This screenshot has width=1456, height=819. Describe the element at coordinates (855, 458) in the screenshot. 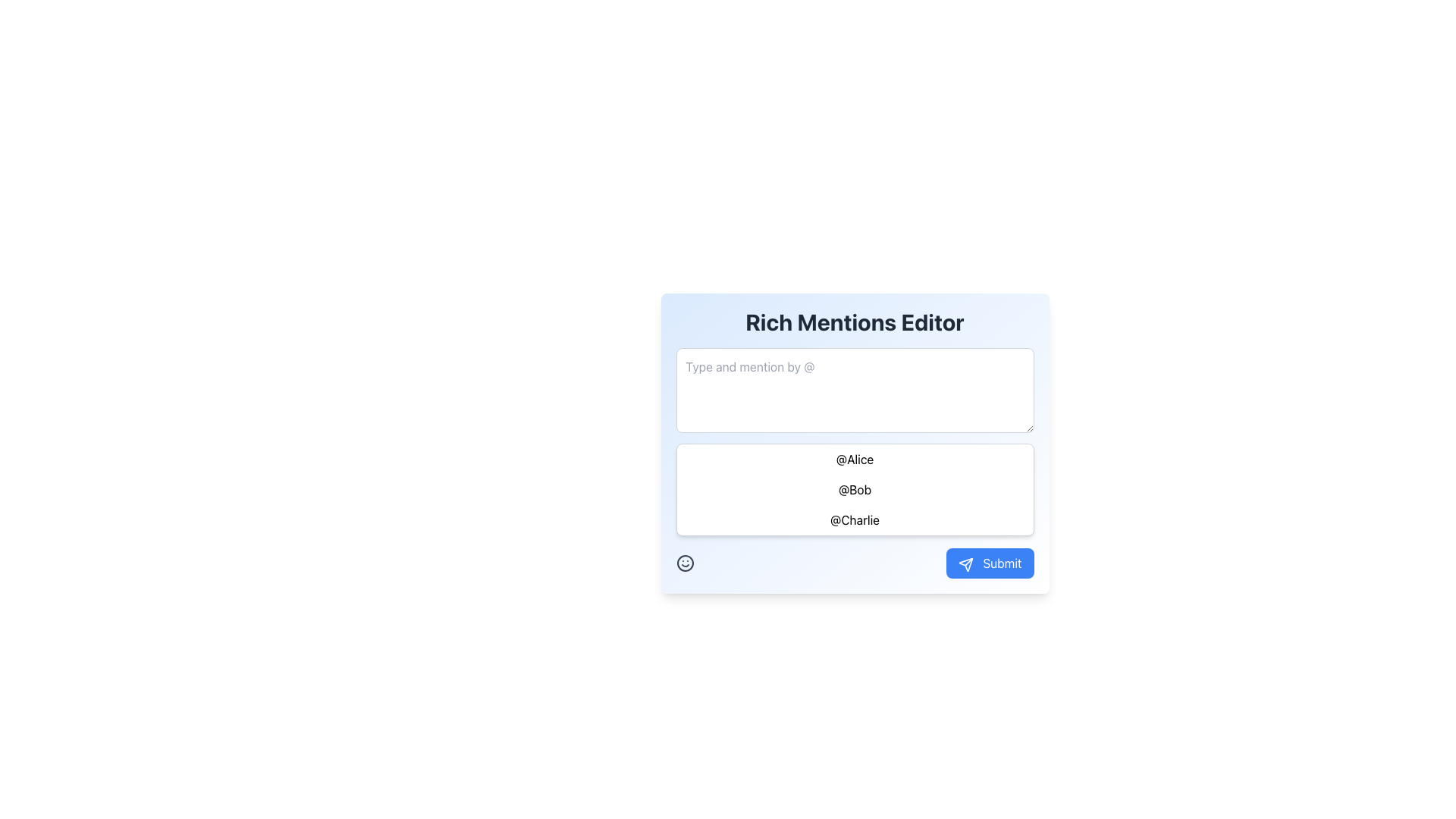

I see `the list item displaying '@Alice' in bold black font` at that location.